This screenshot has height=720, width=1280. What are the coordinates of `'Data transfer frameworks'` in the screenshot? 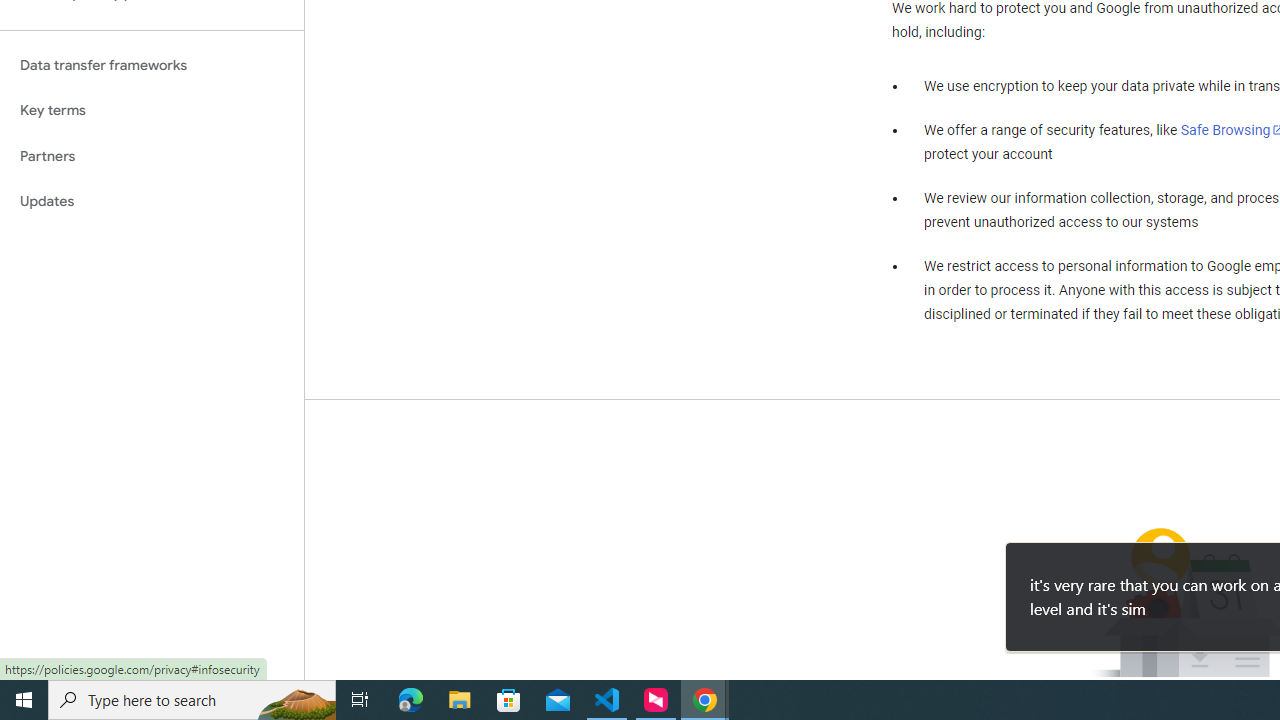 It's located at (151, 64).